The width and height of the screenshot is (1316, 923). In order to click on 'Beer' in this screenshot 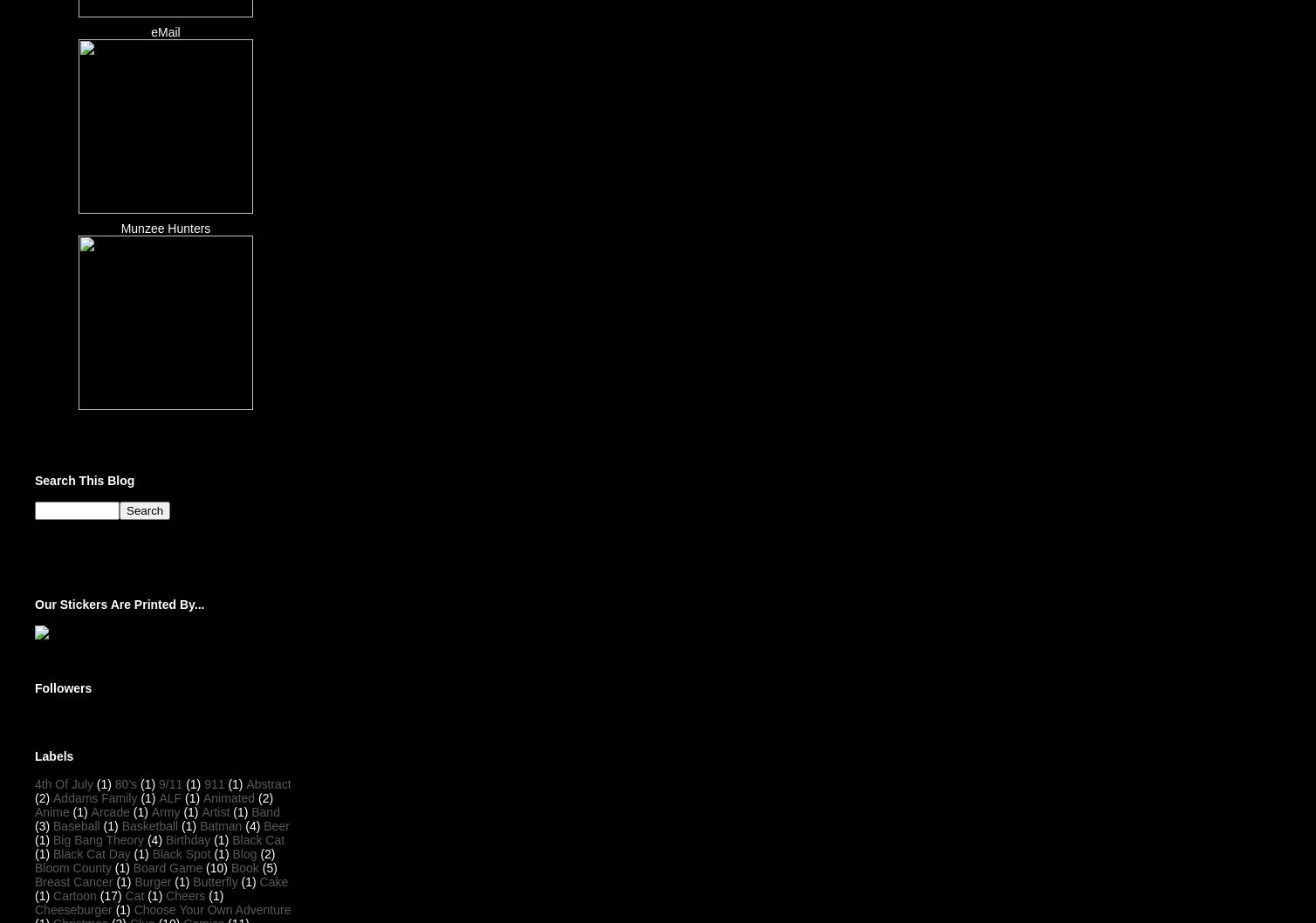, I will do `click(275, 824)`.